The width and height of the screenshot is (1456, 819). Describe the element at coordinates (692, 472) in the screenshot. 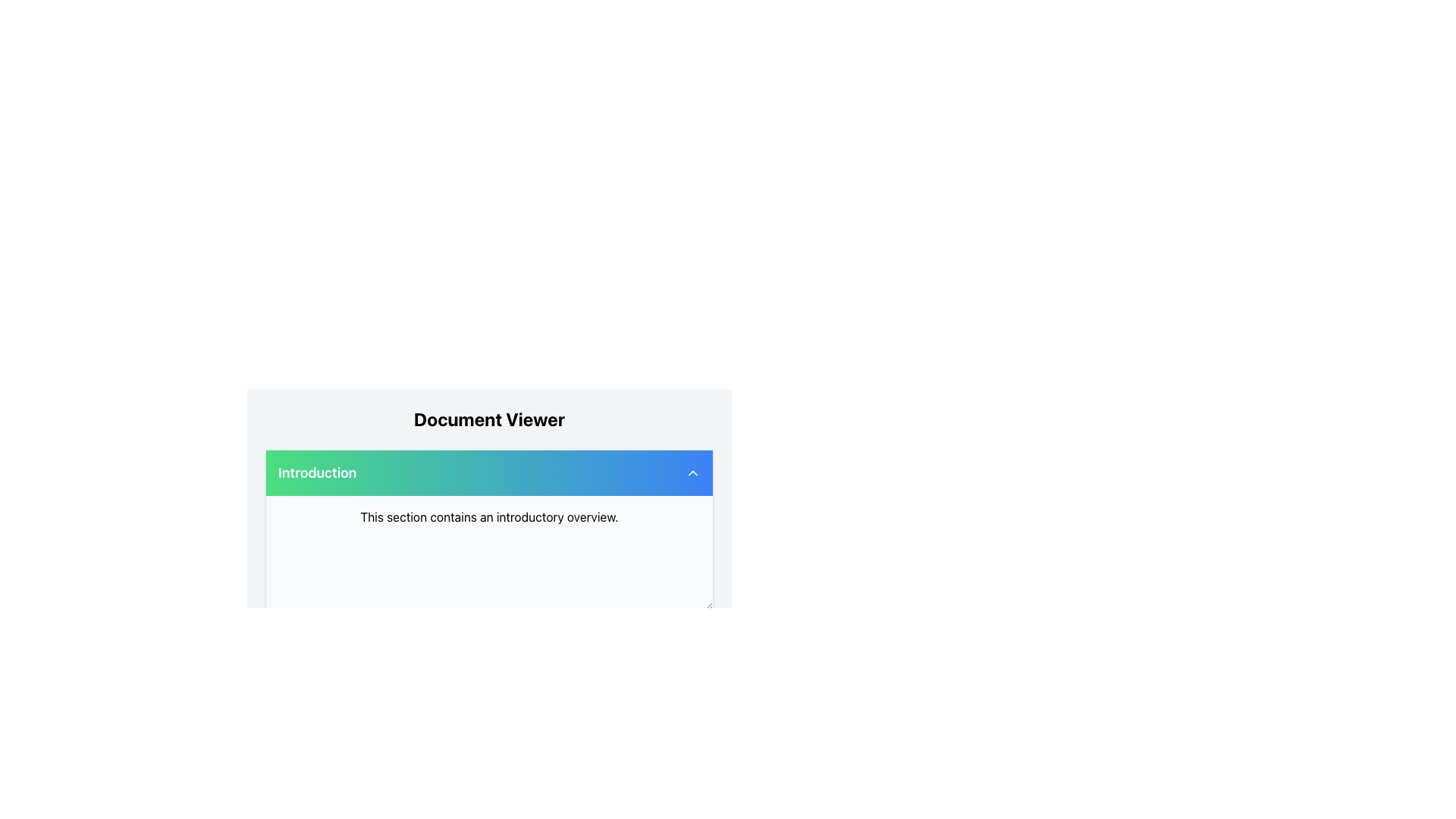

I see `the Icon button located on the right edge of the 'Introduction' section bar` at that location.